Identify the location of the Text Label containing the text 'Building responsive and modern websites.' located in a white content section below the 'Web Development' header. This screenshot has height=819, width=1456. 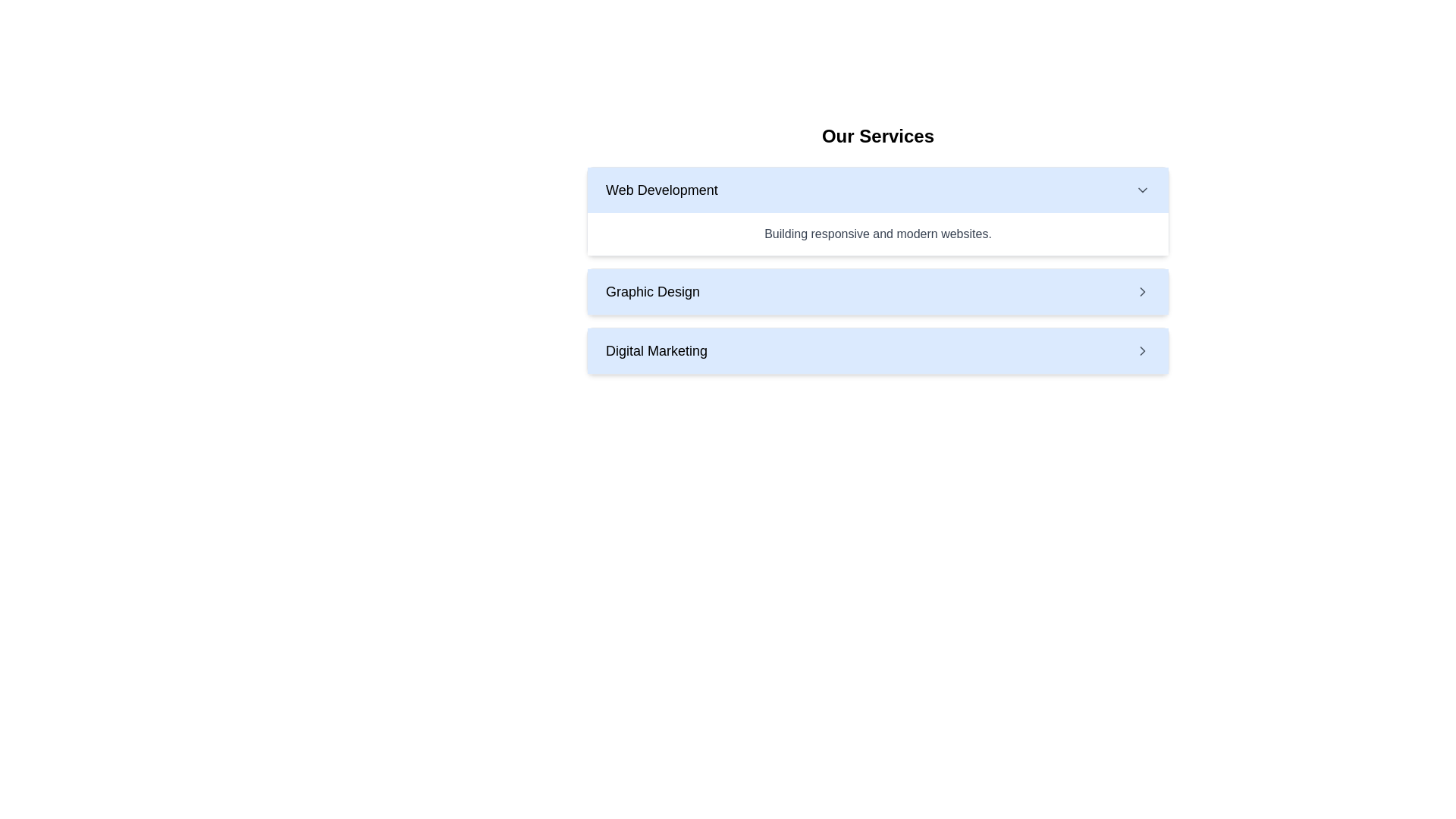
(877, 234).